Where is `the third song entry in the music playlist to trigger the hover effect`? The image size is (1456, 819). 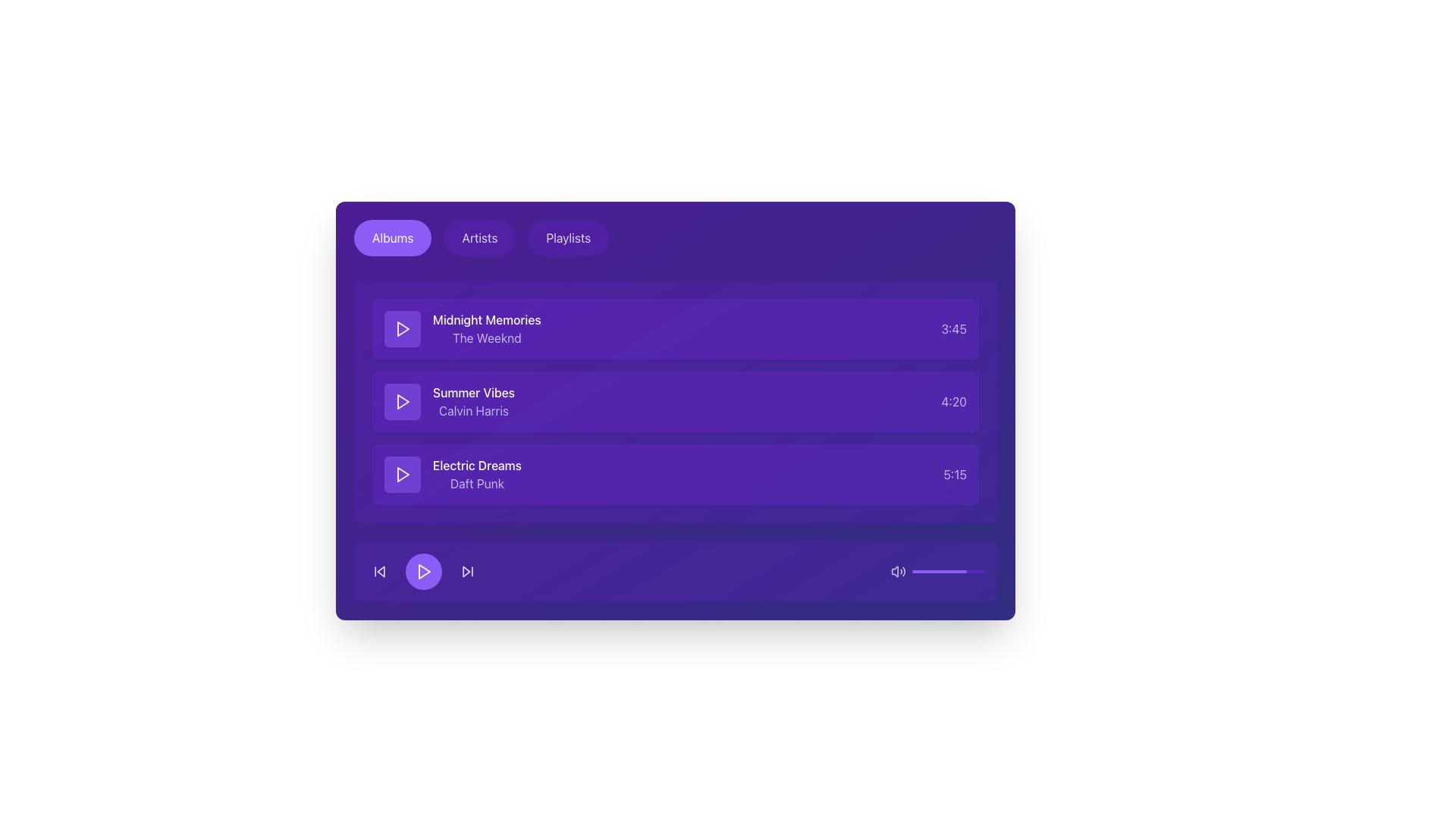
the third song entry in the music playlist to trigger the hover effect is located at coordinates (675, 473).